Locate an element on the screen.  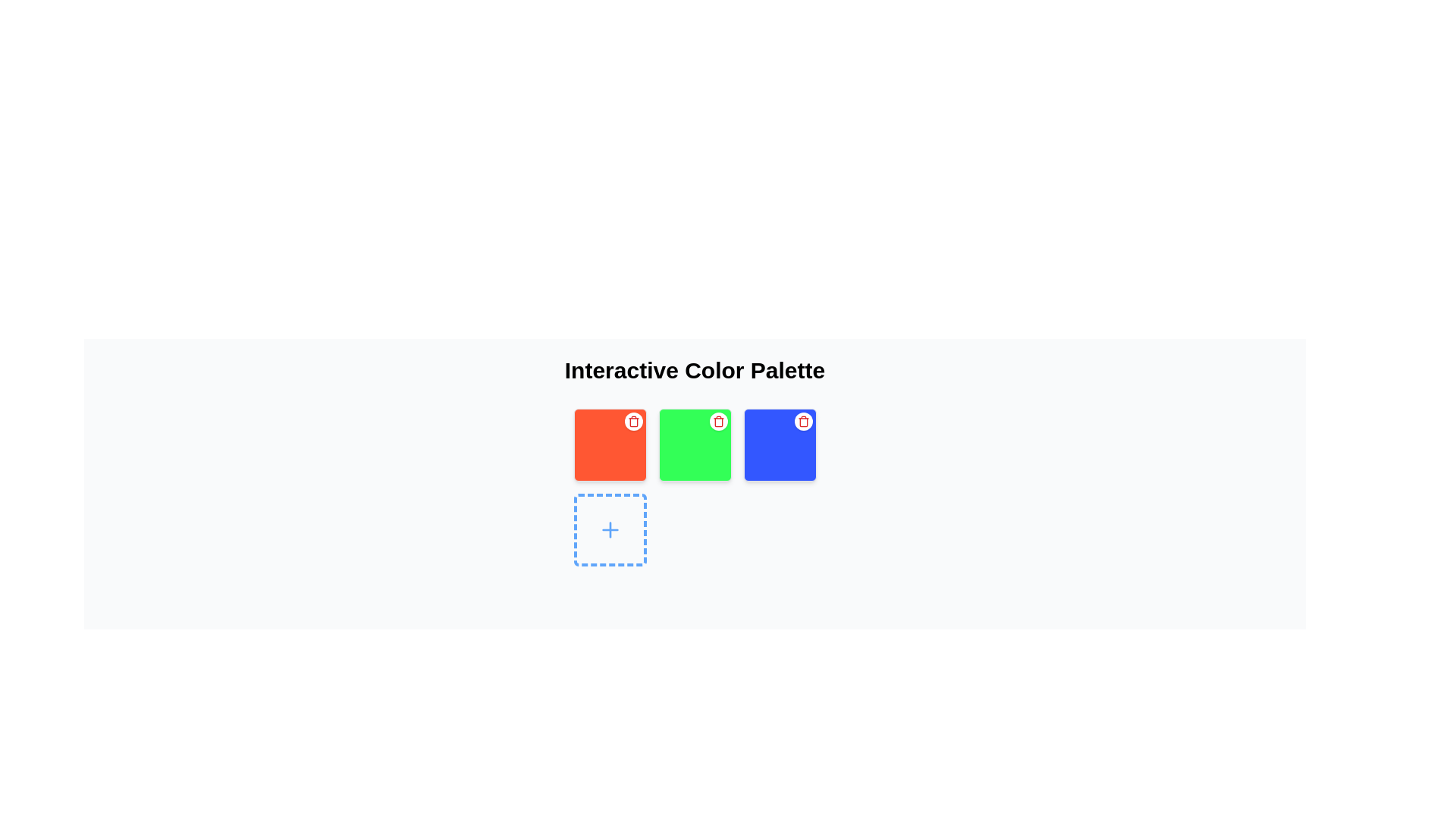
the delete button located in the top-right corner of the left-most red square box to potentially reveal additional information is located at coordinates (633, 421).